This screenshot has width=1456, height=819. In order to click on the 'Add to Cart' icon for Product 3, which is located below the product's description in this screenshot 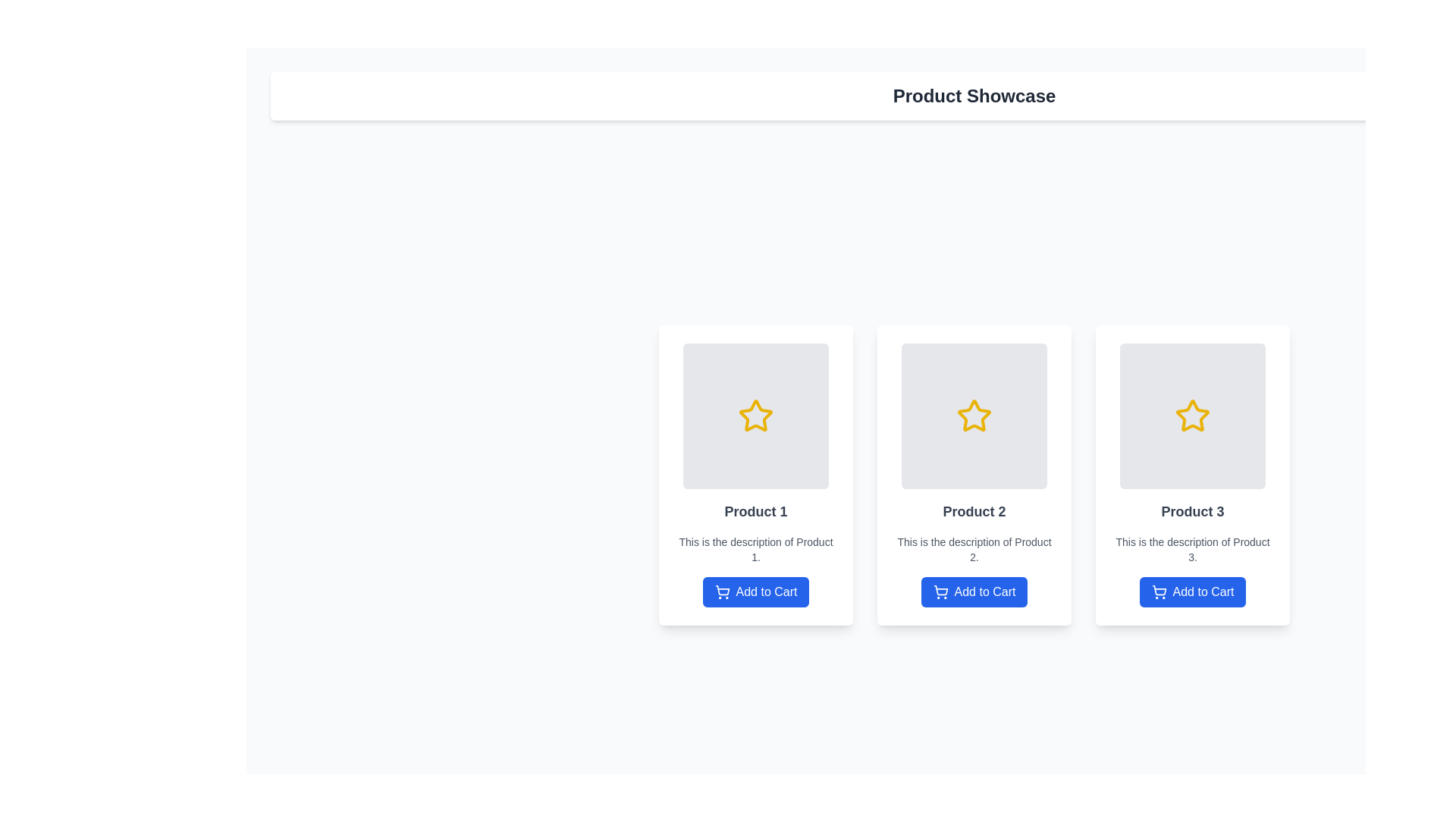, I will do `click(1158, 591)`.